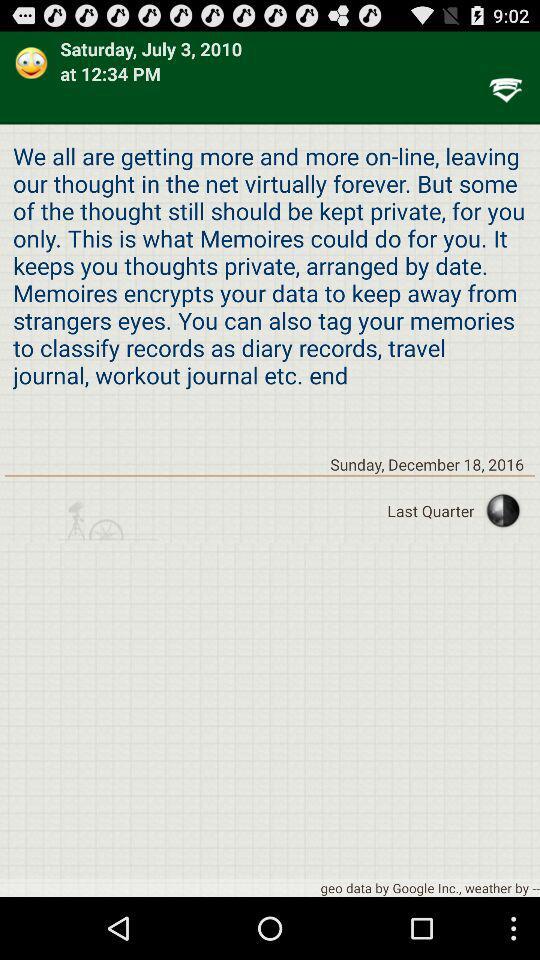  Describe the element at coordinates (504, 96) in the screenshot. I see `the filter_list icon` at that location.